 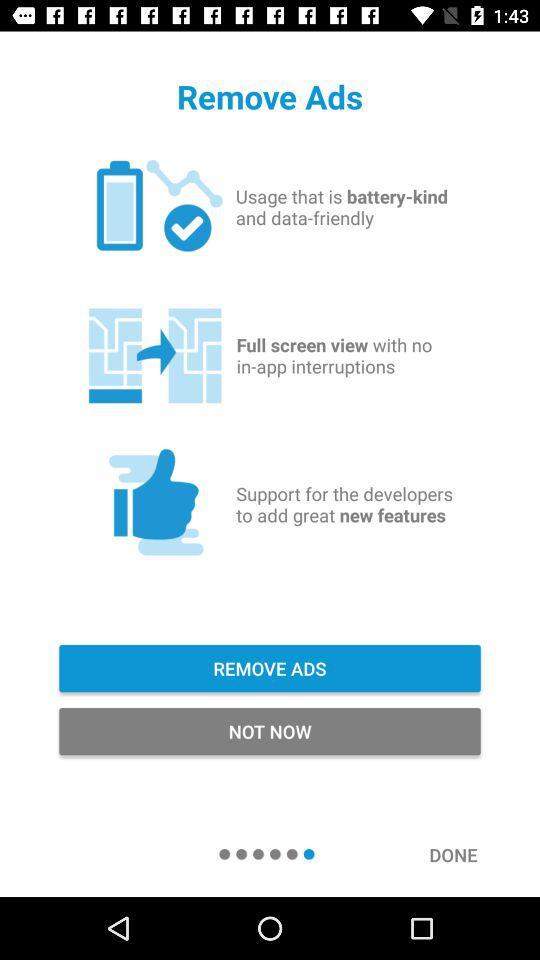 I want to click on item above done item, so click(x=270, y=730).